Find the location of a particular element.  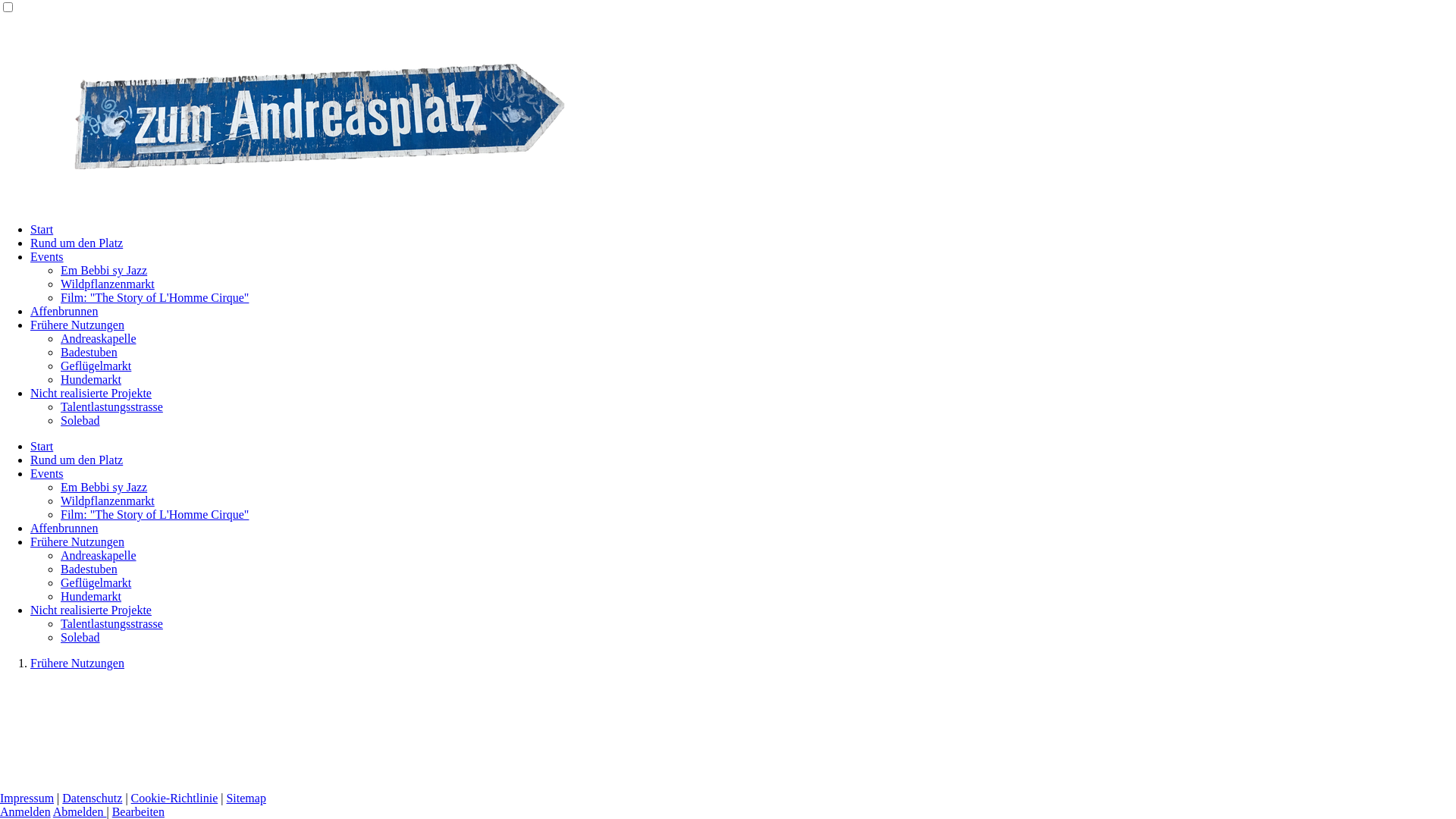

'Impressum' is located at coordinates (27, 797).